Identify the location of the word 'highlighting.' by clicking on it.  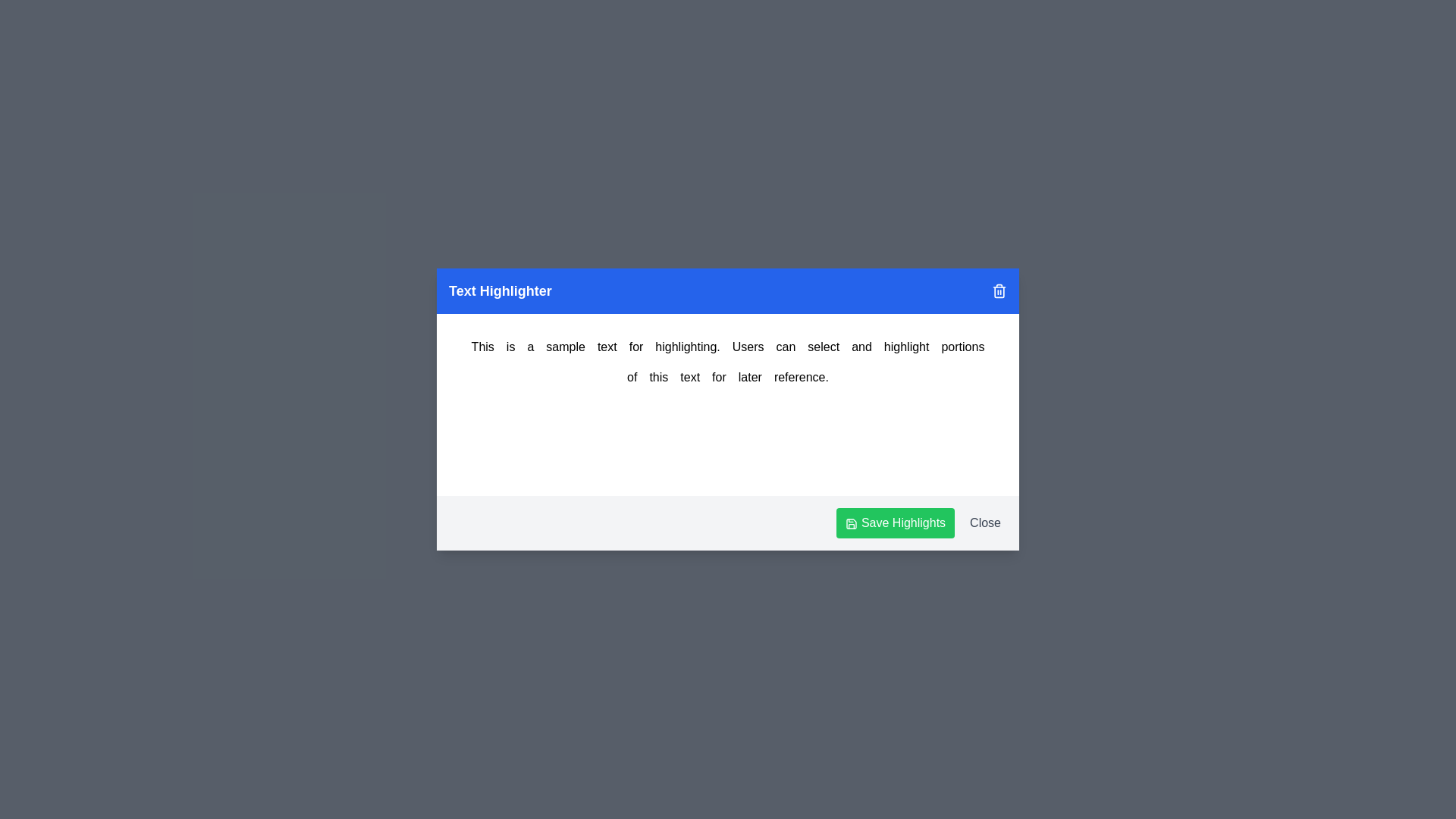
(687, 347).